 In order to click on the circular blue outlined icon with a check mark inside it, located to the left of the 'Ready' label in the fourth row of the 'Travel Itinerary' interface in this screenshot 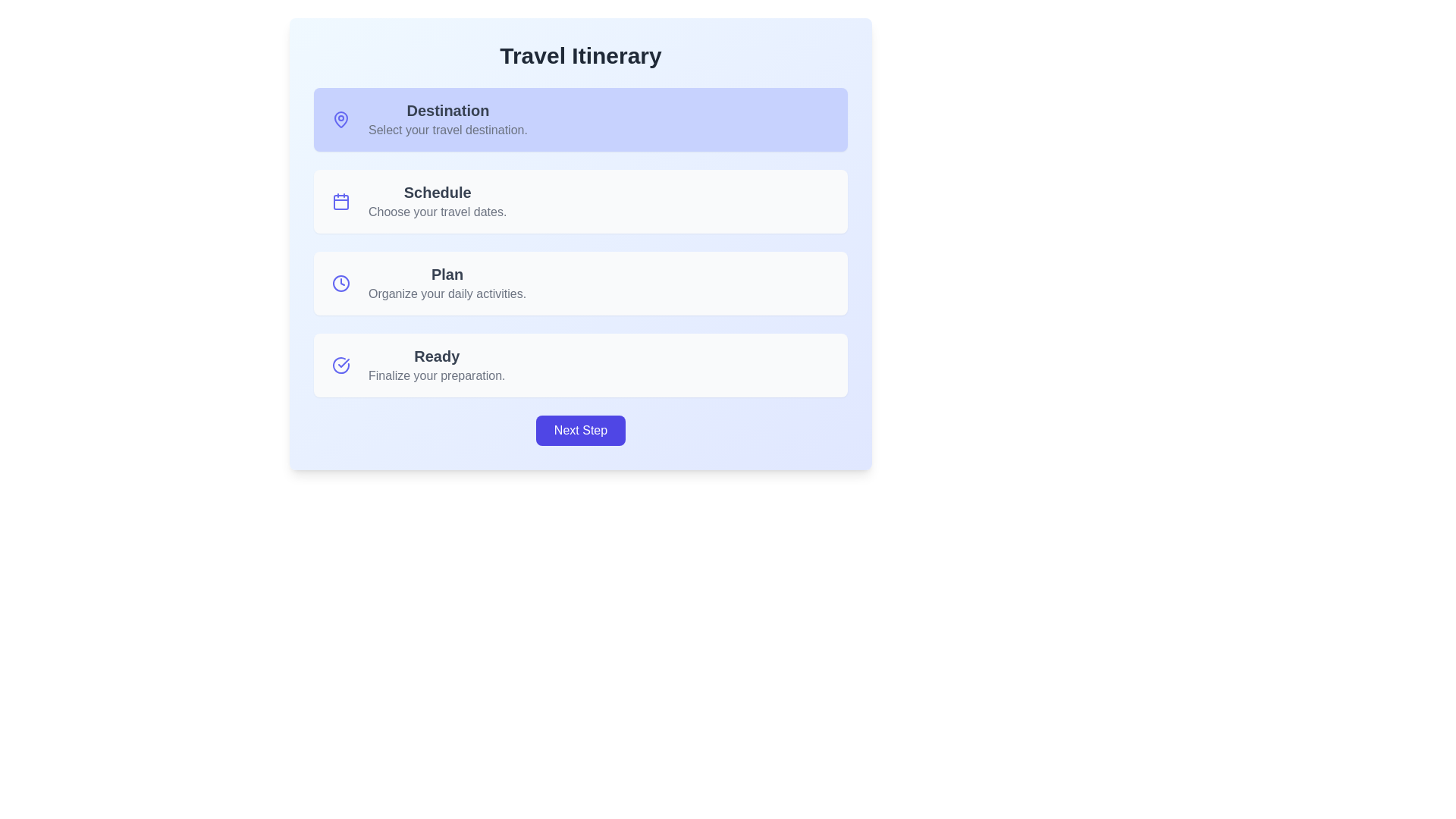, I will do `click(340, 366)`.